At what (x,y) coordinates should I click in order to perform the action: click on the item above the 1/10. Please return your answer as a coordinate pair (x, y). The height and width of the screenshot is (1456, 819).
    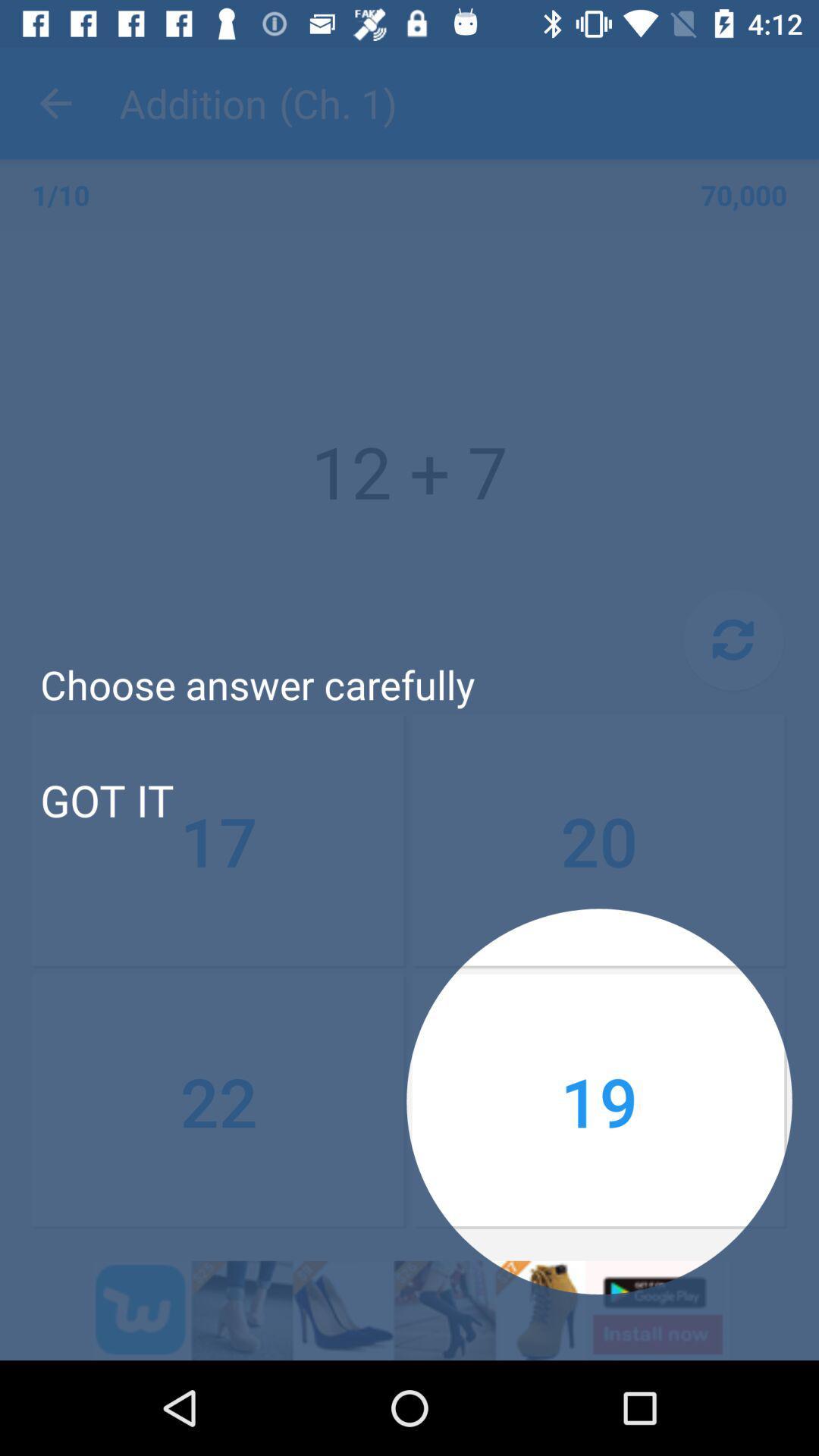
    Looking at the image, I should click on (55, 102).